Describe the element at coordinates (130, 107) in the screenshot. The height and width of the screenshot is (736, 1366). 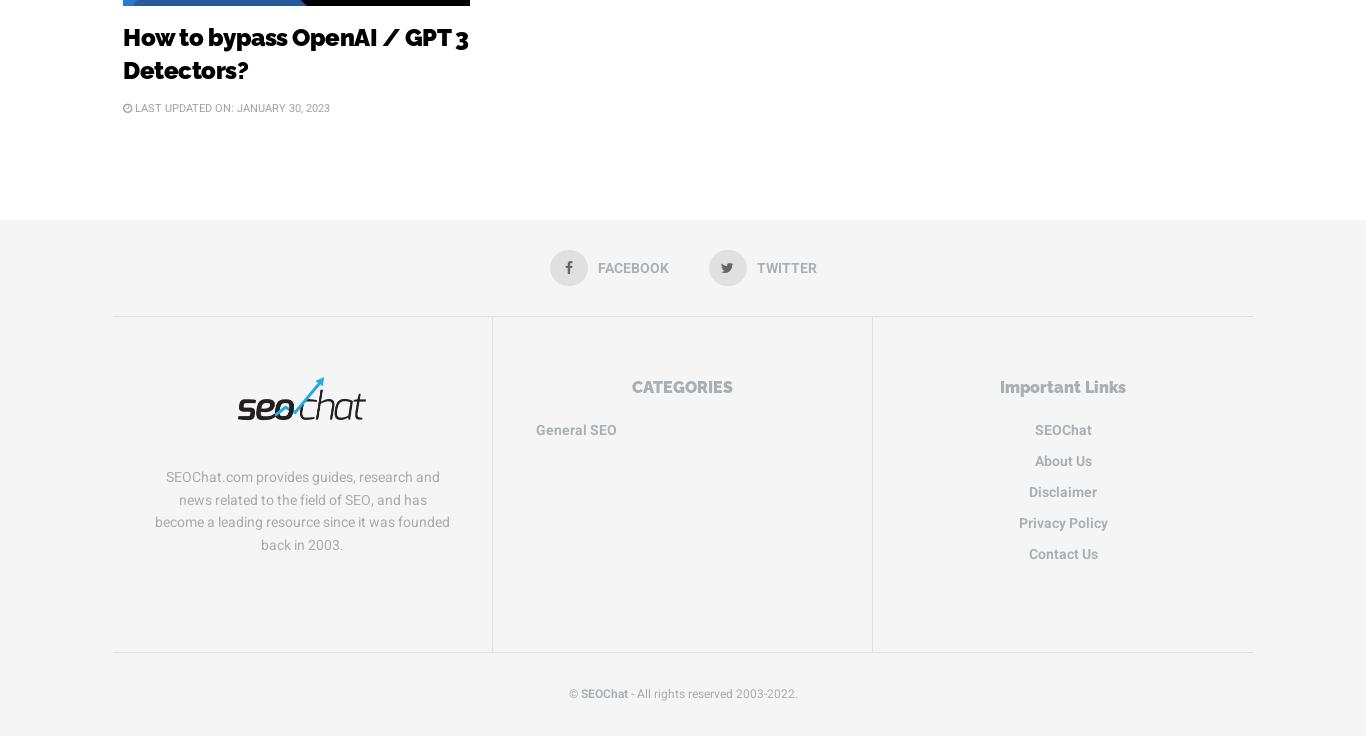
I see `'Last Updated On: January 30, 2023'` at that location.